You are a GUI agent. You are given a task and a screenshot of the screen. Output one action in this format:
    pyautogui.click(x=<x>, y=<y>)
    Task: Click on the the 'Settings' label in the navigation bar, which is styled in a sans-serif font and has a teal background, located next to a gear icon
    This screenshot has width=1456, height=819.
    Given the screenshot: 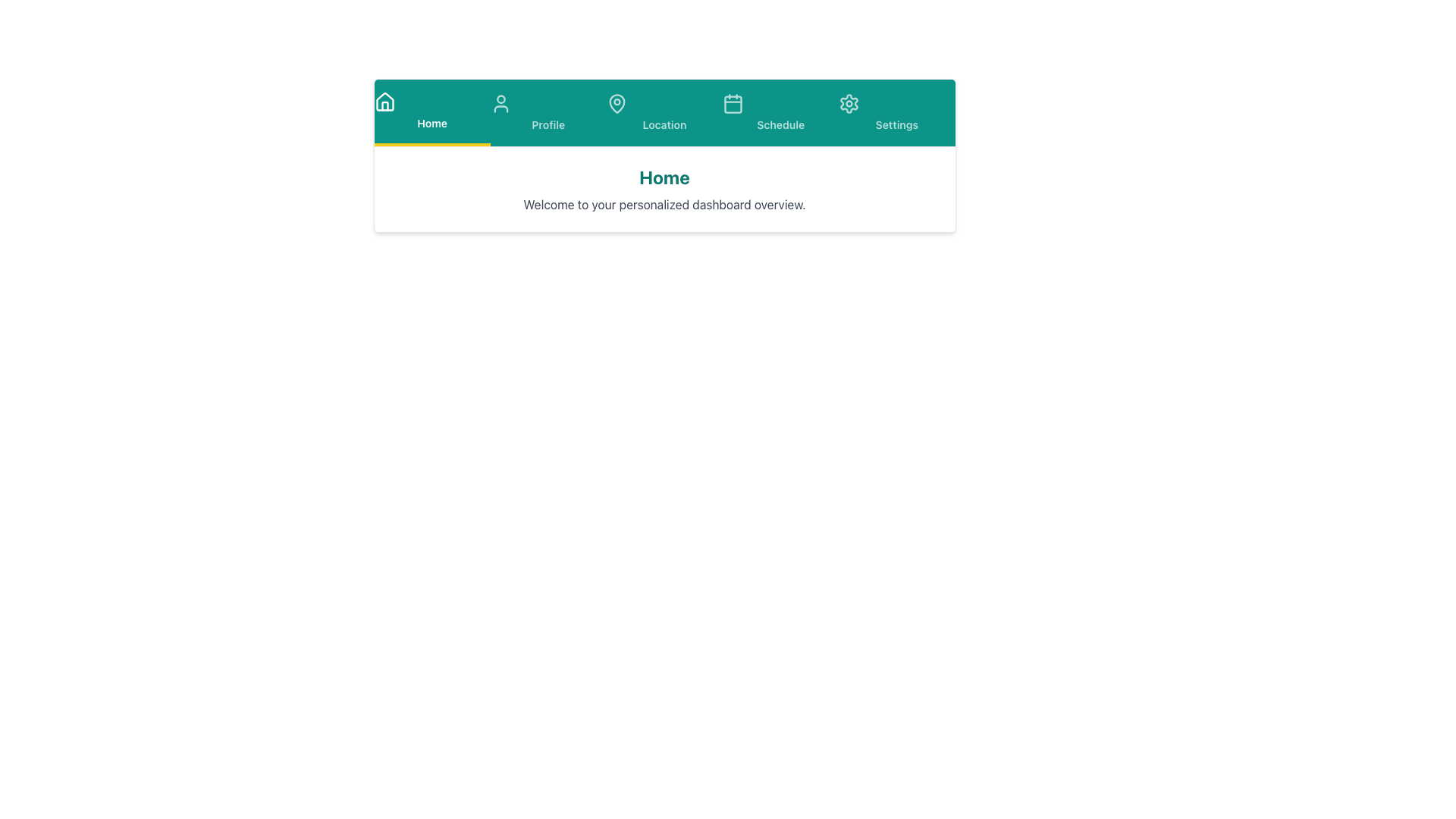 What is the action you would take?
    pyautogui.click(x=896, y=124)
    